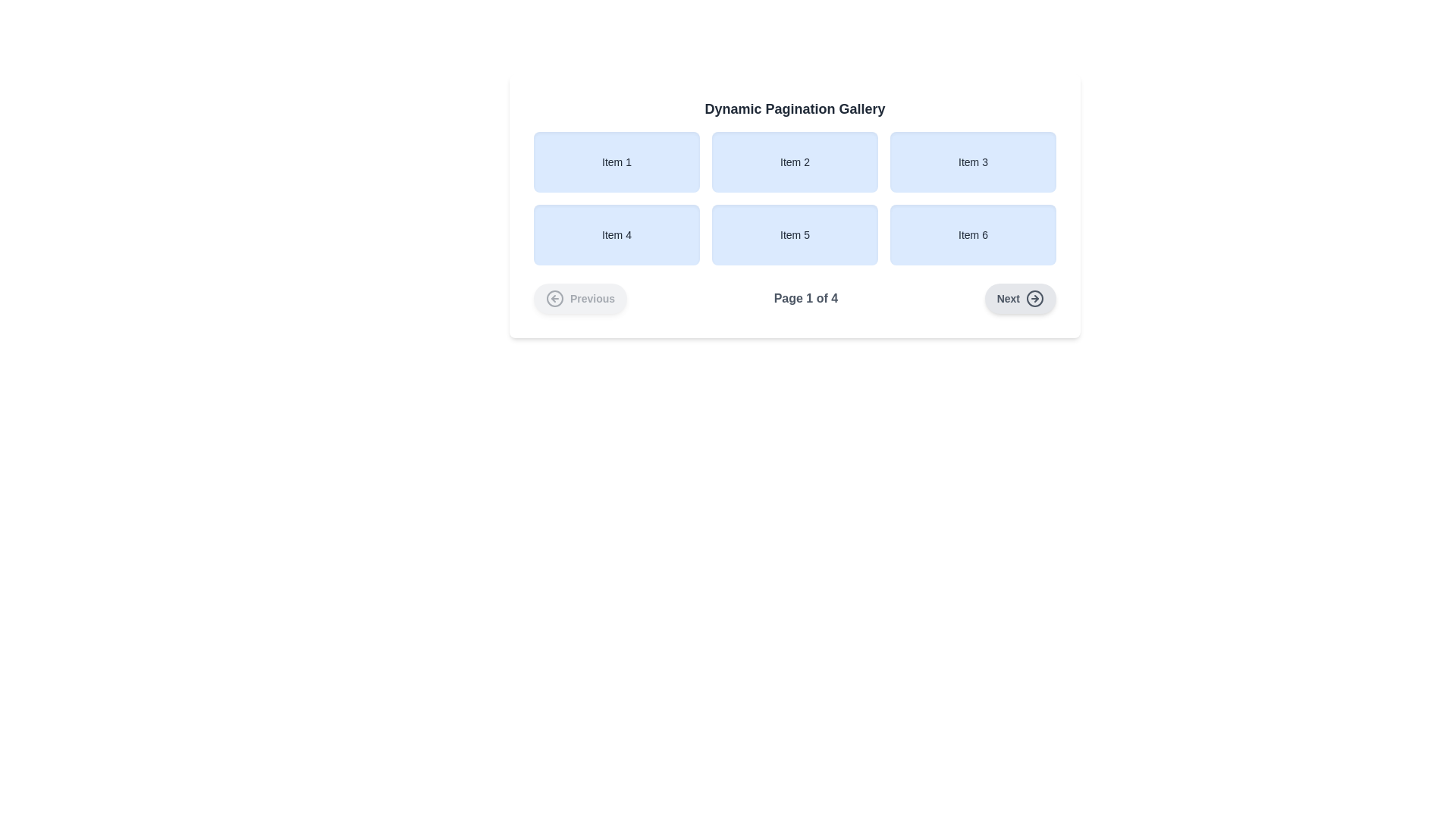 The height and width of the screenshot is (819, 1456). Describe the element at coordinates (554, 298) in the screenshot. I see `the 'Previous' button icon, which is a visual indicator for navigating to the prior set of items in the pagination control` at that location.